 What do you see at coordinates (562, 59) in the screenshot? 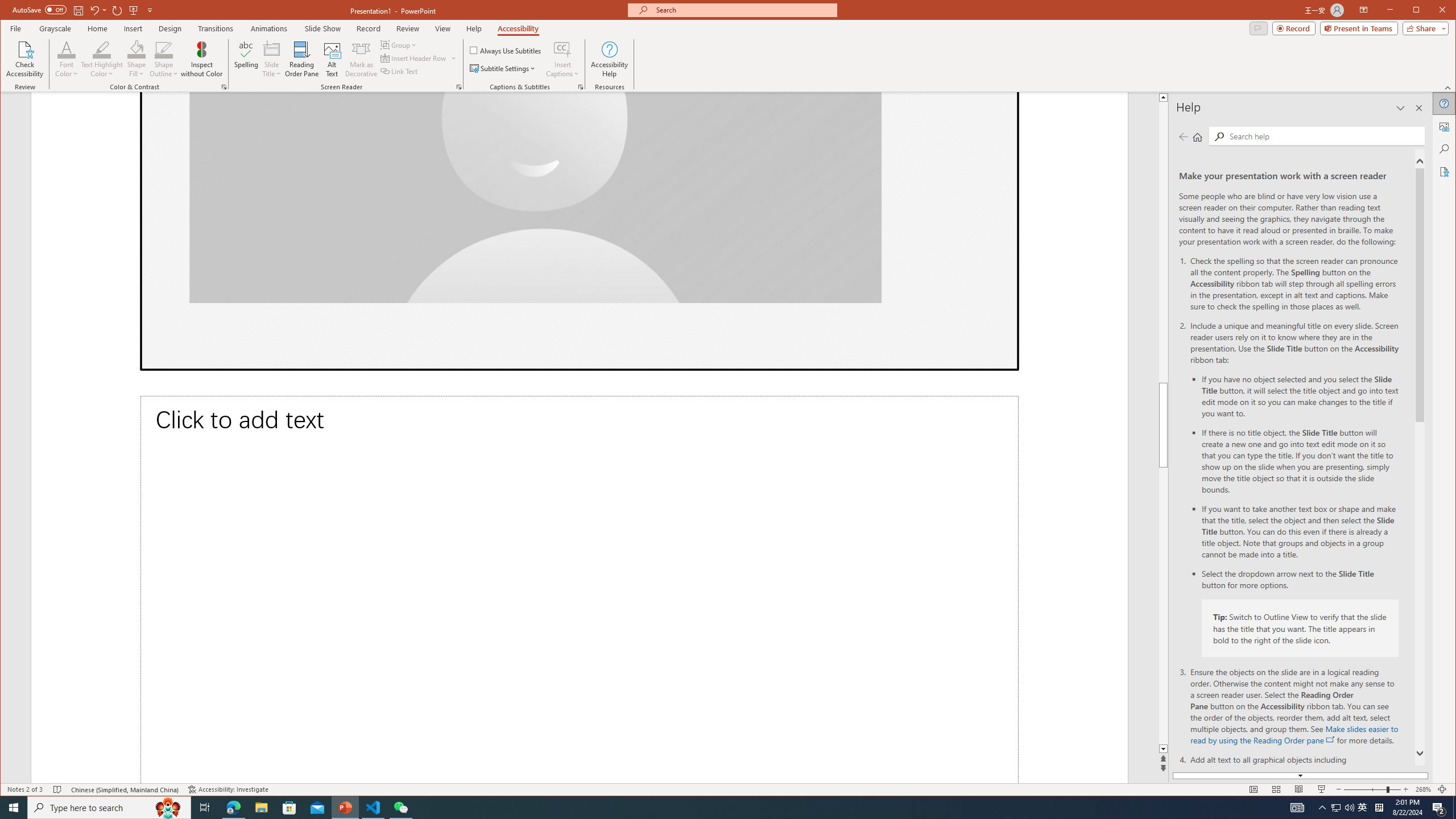
I see `'Insert Captions'` at bounding box center [562, 59].